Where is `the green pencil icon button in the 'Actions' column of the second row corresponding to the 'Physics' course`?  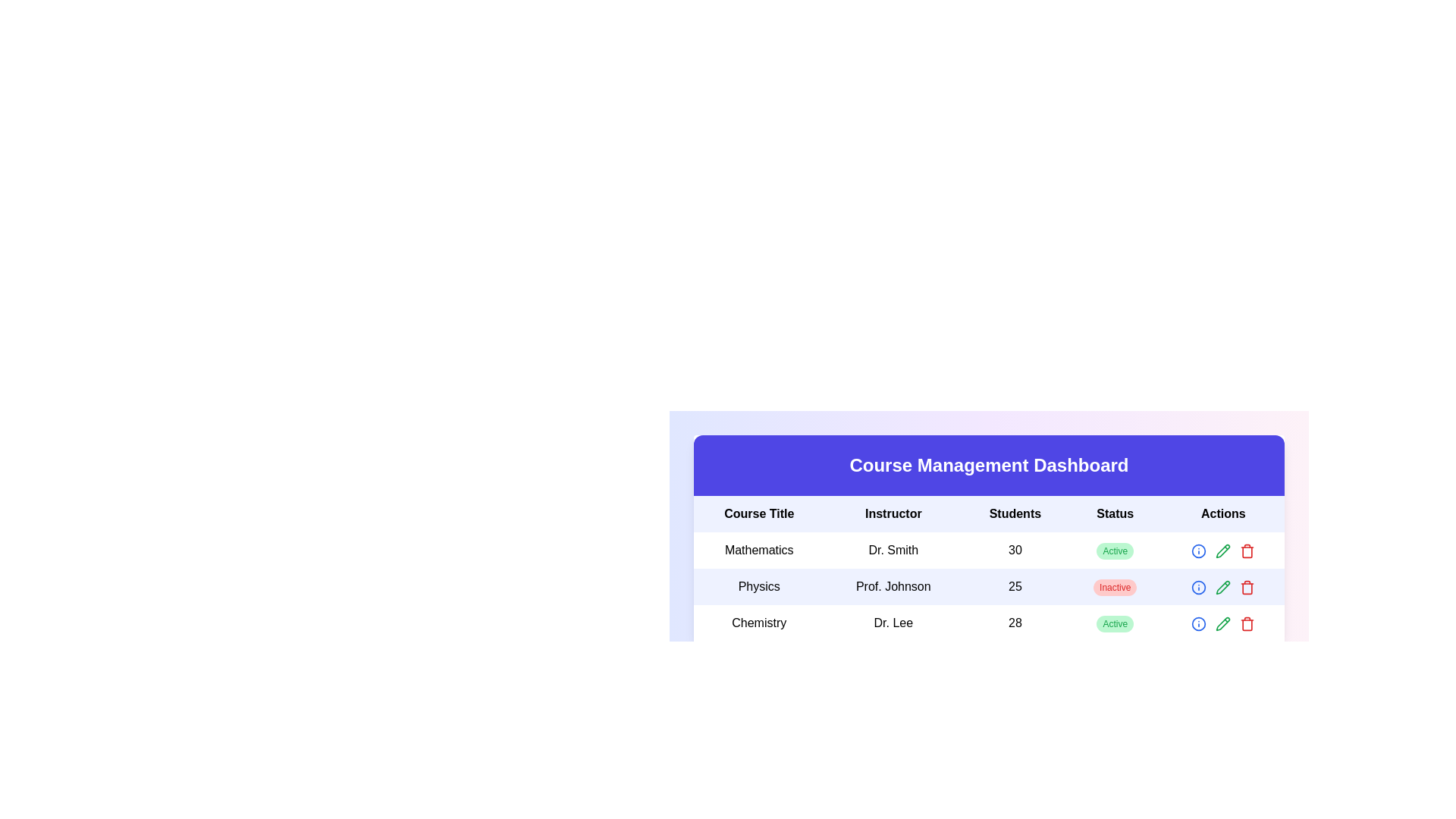 the green pencil icon button in the 'Actions' column of the second row corresponding to the 'Physics' course is located at coordinates (1223, 586).